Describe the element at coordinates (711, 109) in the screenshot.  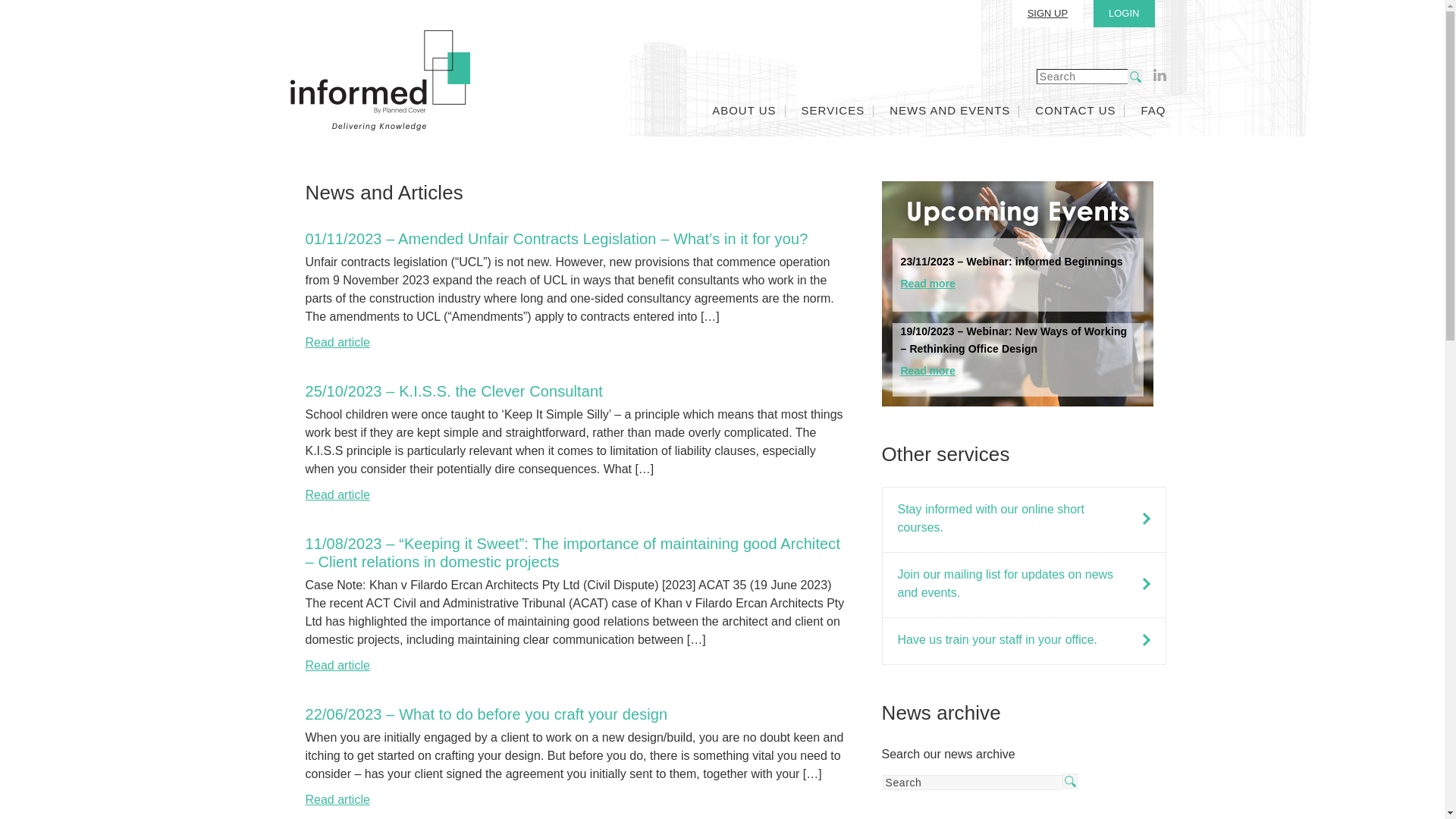
I see `'ABOUT US'` at that location.